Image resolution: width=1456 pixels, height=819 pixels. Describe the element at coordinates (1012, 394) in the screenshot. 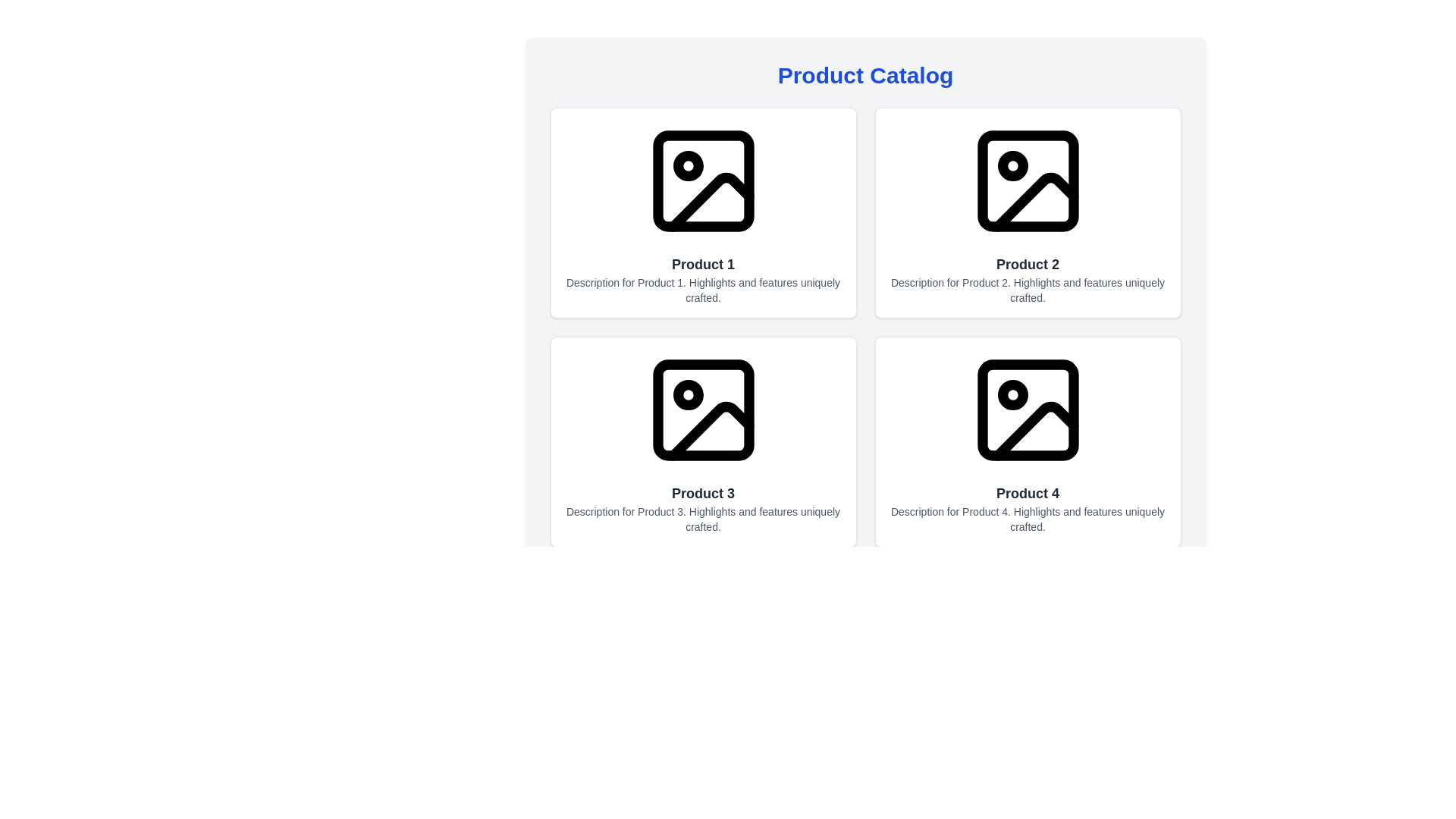

I see `the decorative circular marker located in the upper-left section of the image icon for 'Product 4'` at that location.